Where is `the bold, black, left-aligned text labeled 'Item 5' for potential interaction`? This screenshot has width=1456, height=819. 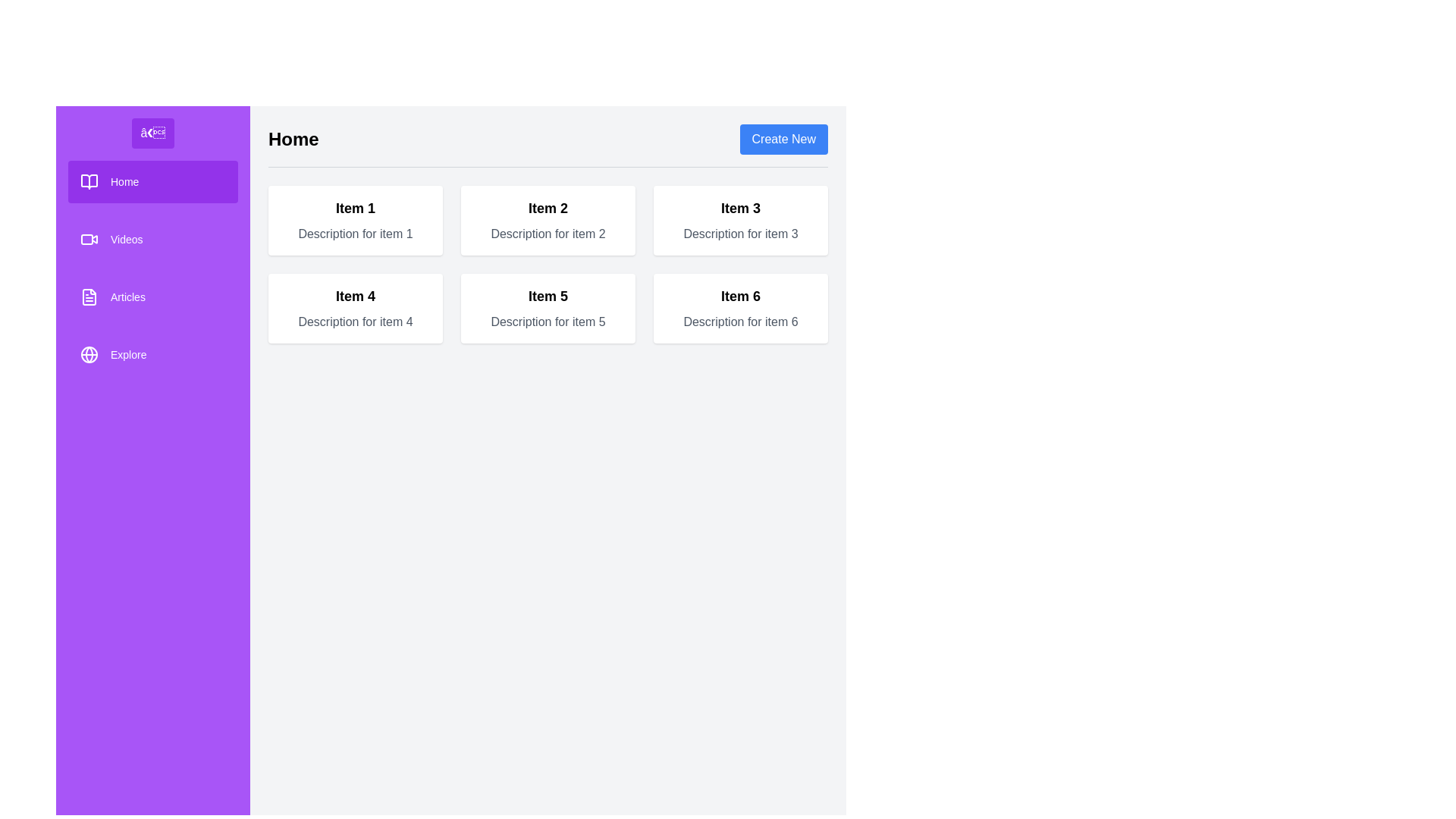
the bold, black, left-aligned text labeled 'Item 5' for potential interaction is located at coordinates (548, 296).